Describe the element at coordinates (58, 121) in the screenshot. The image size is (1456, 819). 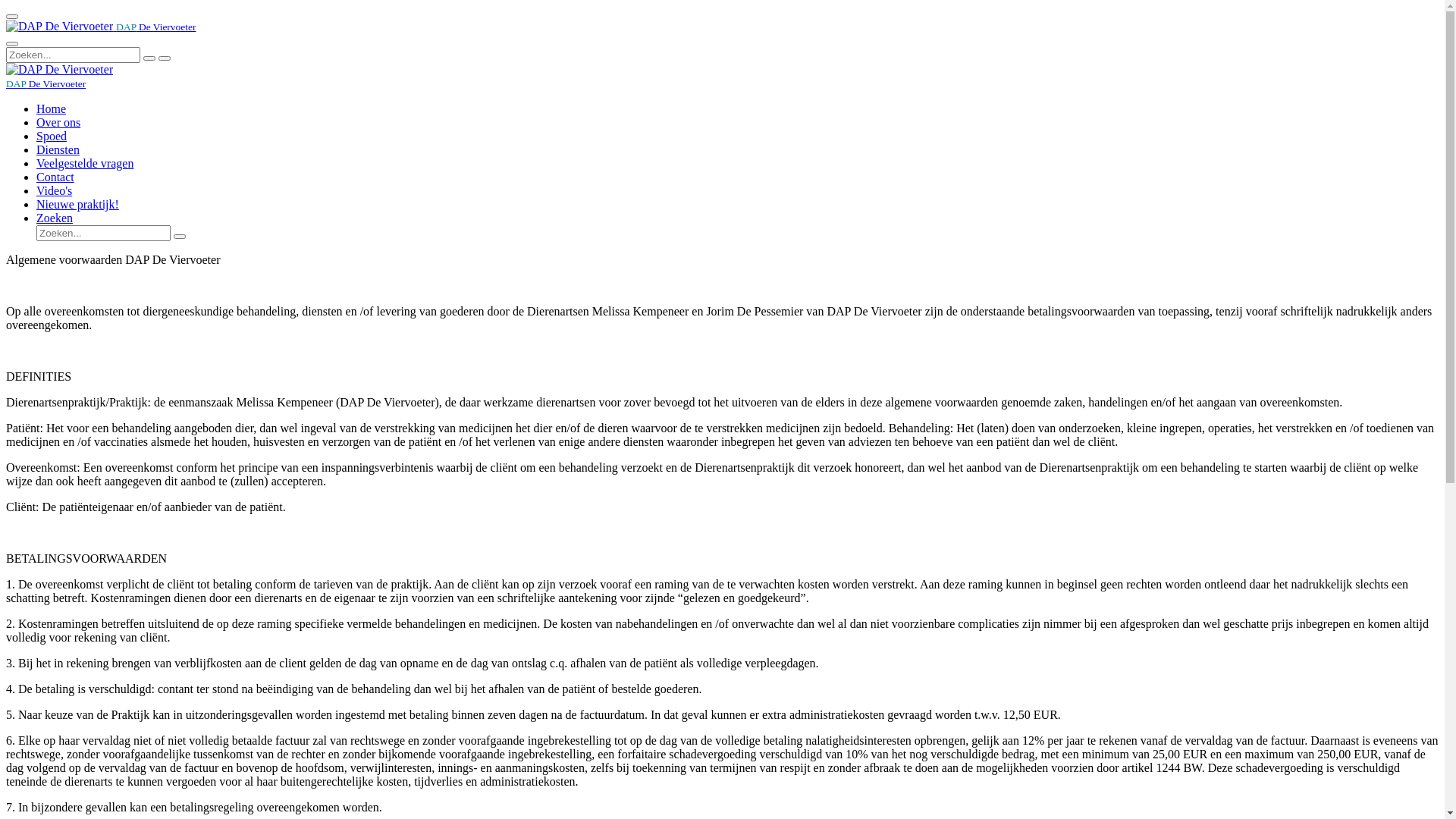
I see `'Over ons'` at that location.